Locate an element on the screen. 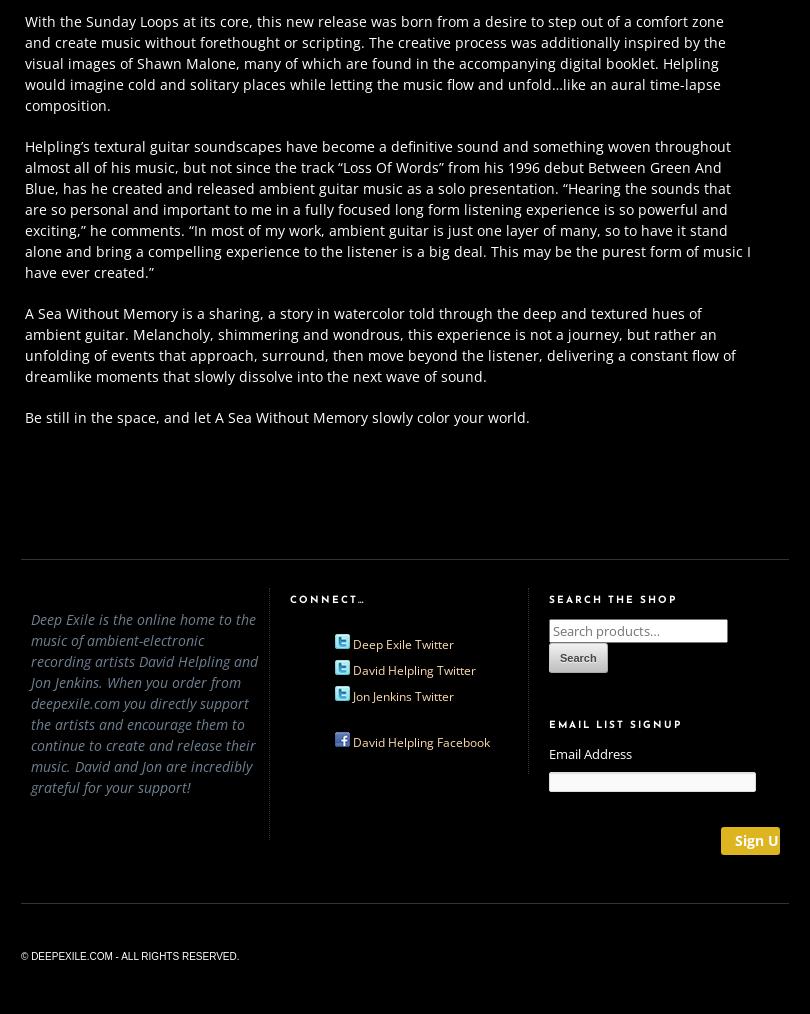  'Deep Exile Twitter' is located at coordinates (349, 643).